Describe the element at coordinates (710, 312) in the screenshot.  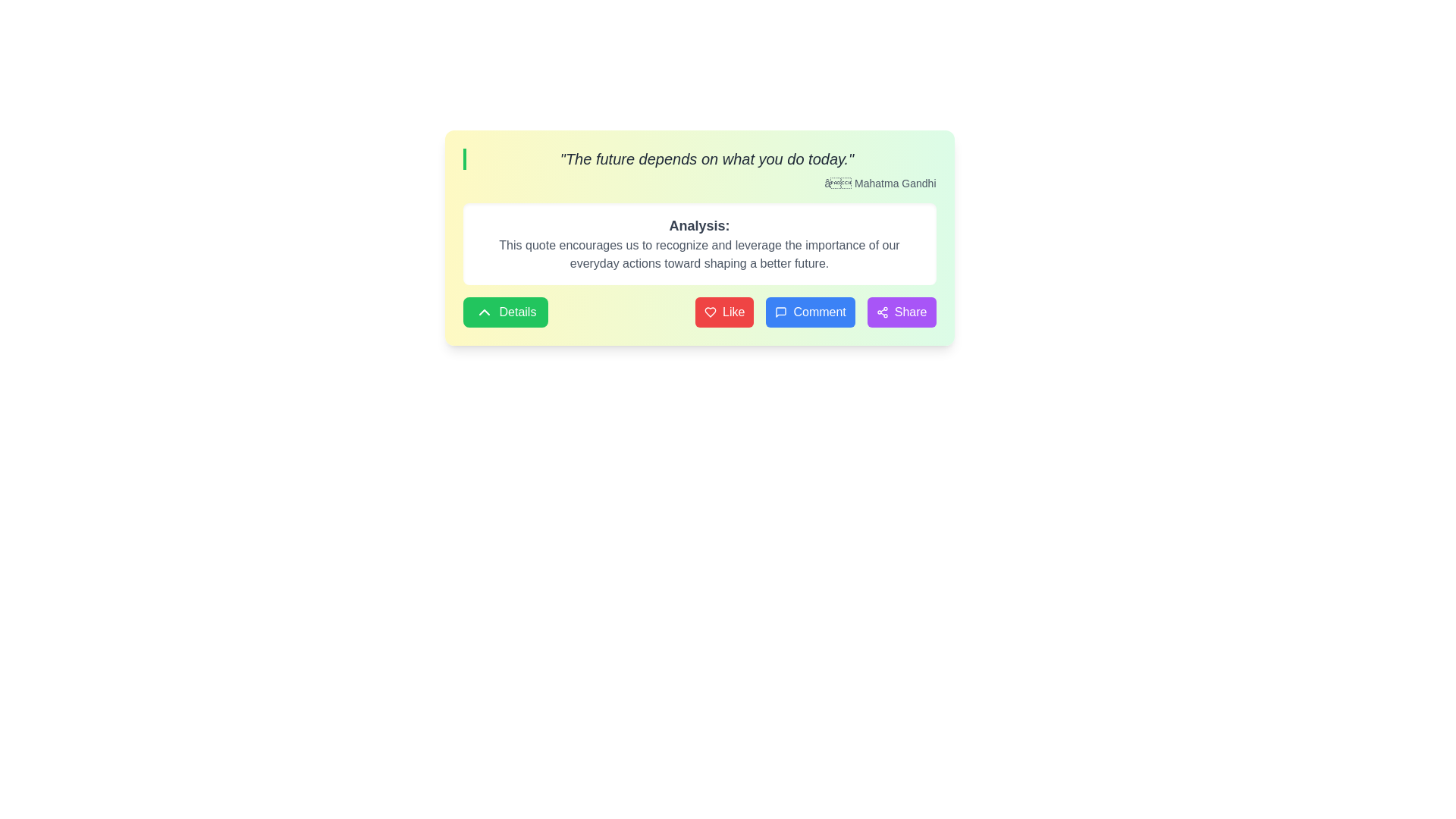
I see `the heart icon to the left of the 'Like' text for a tooltip` at that location.